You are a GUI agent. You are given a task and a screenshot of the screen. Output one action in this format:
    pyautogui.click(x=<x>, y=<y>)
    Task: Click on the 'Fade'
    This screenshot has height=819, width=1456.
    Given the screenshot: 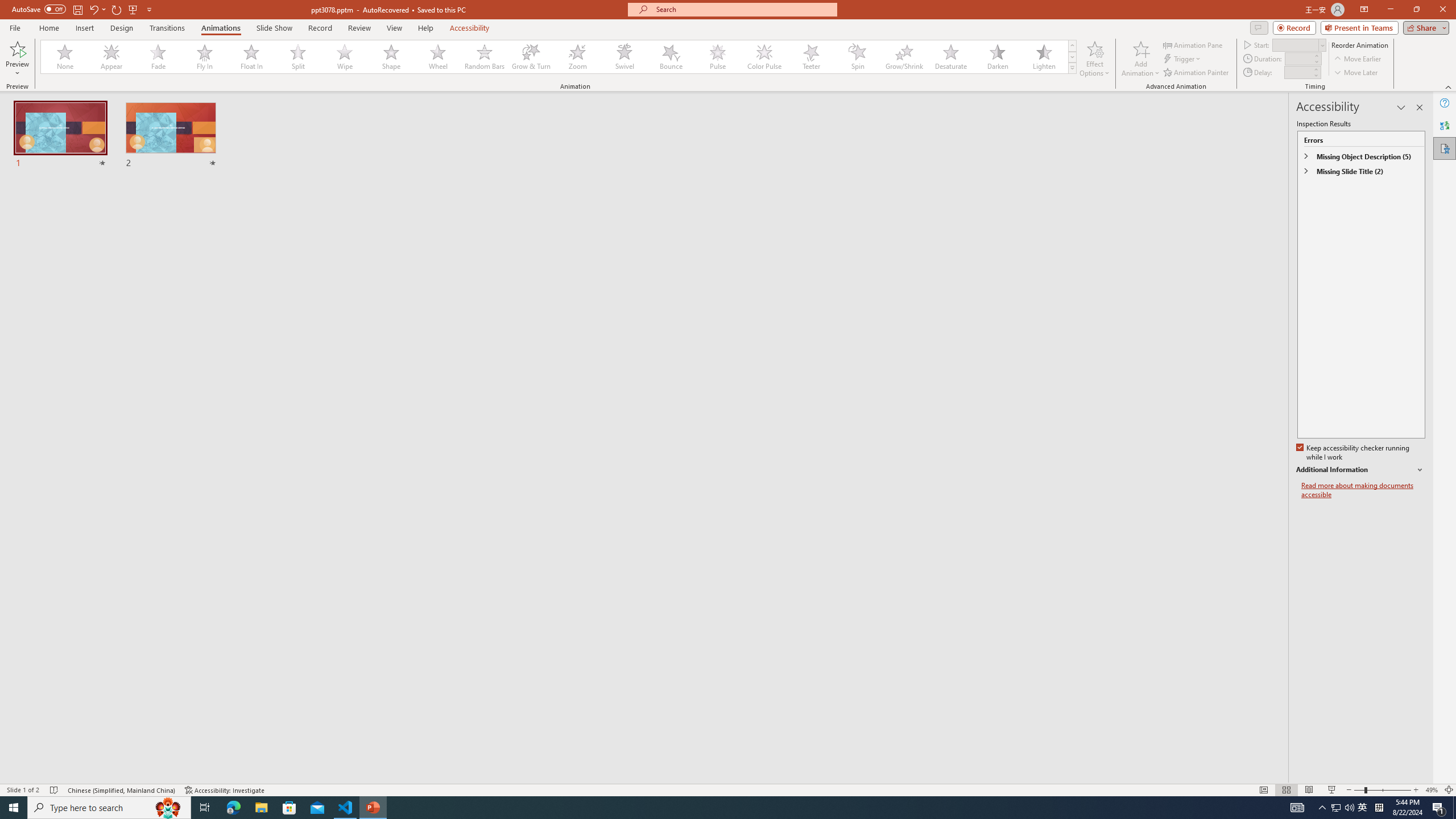 What is the action you would take?
    pyautogui.click(x=158, y=56)
    